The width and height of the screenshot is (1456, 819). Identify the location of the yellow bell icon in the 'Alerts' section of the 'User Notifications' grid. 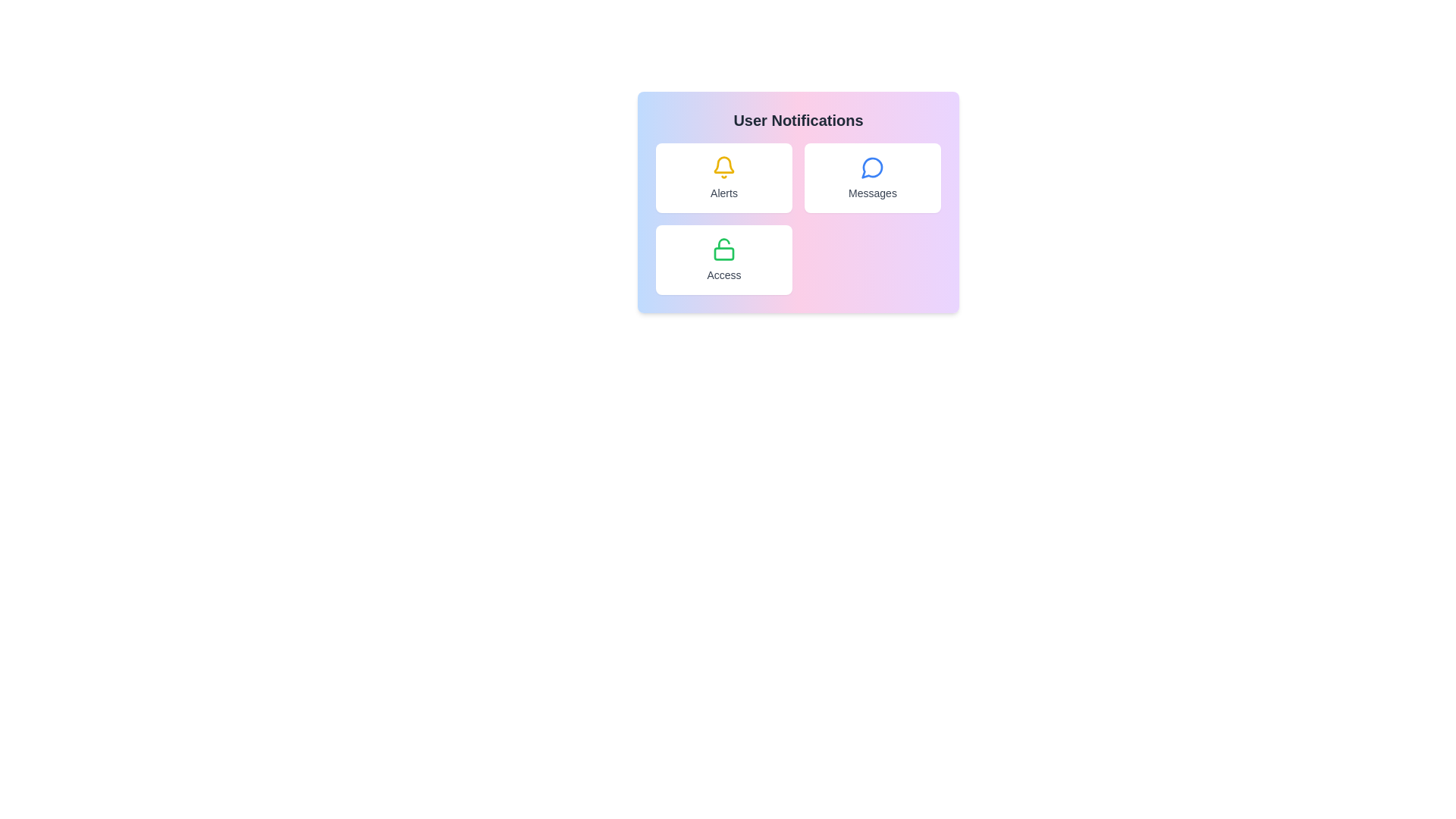
(723, 167).